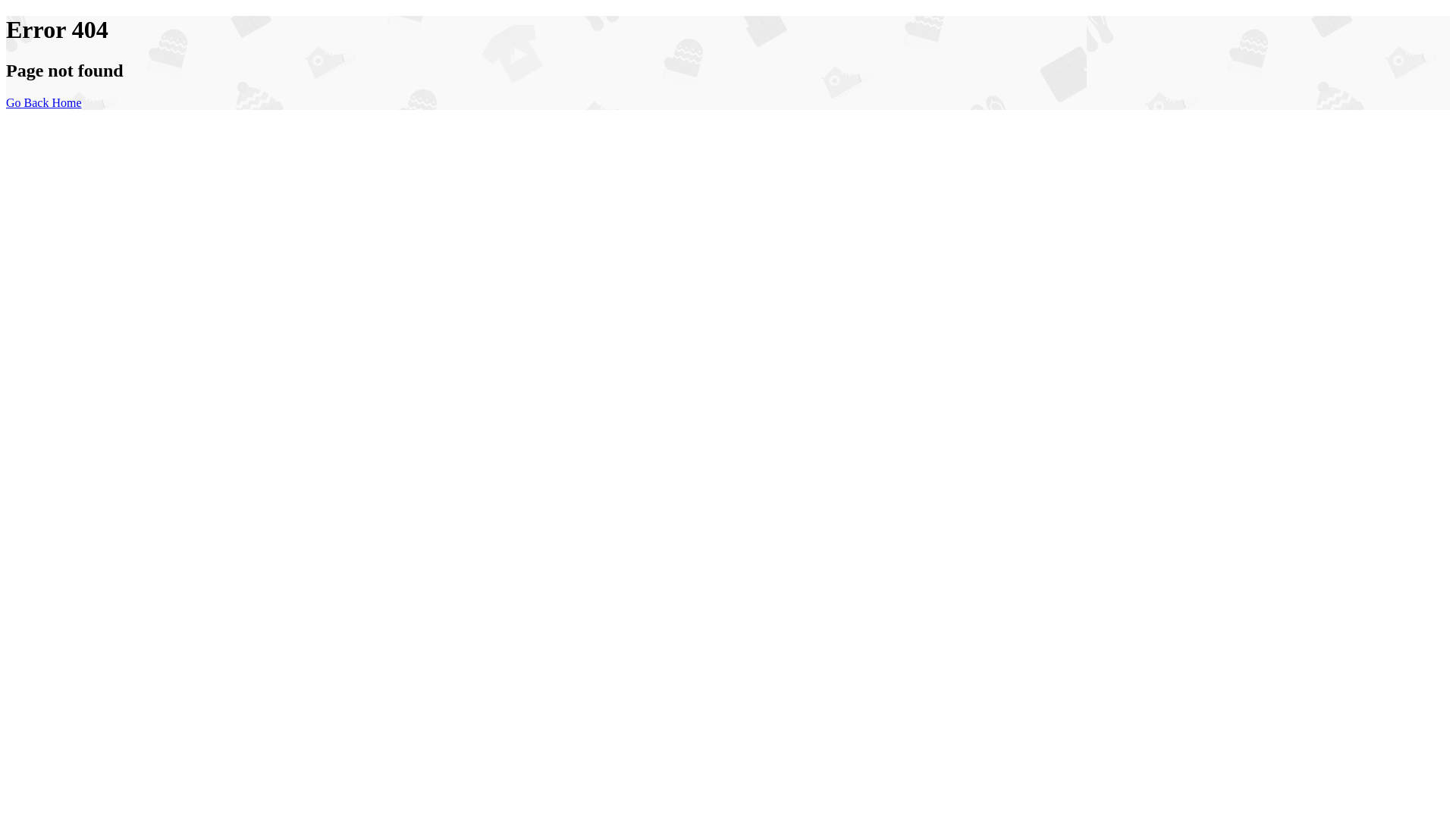 The image size is (1456, 819). What do you see at coordinates (6, 102) in the screenshot?
I see `'Go Back Home'` at bounding box center [6, 102].